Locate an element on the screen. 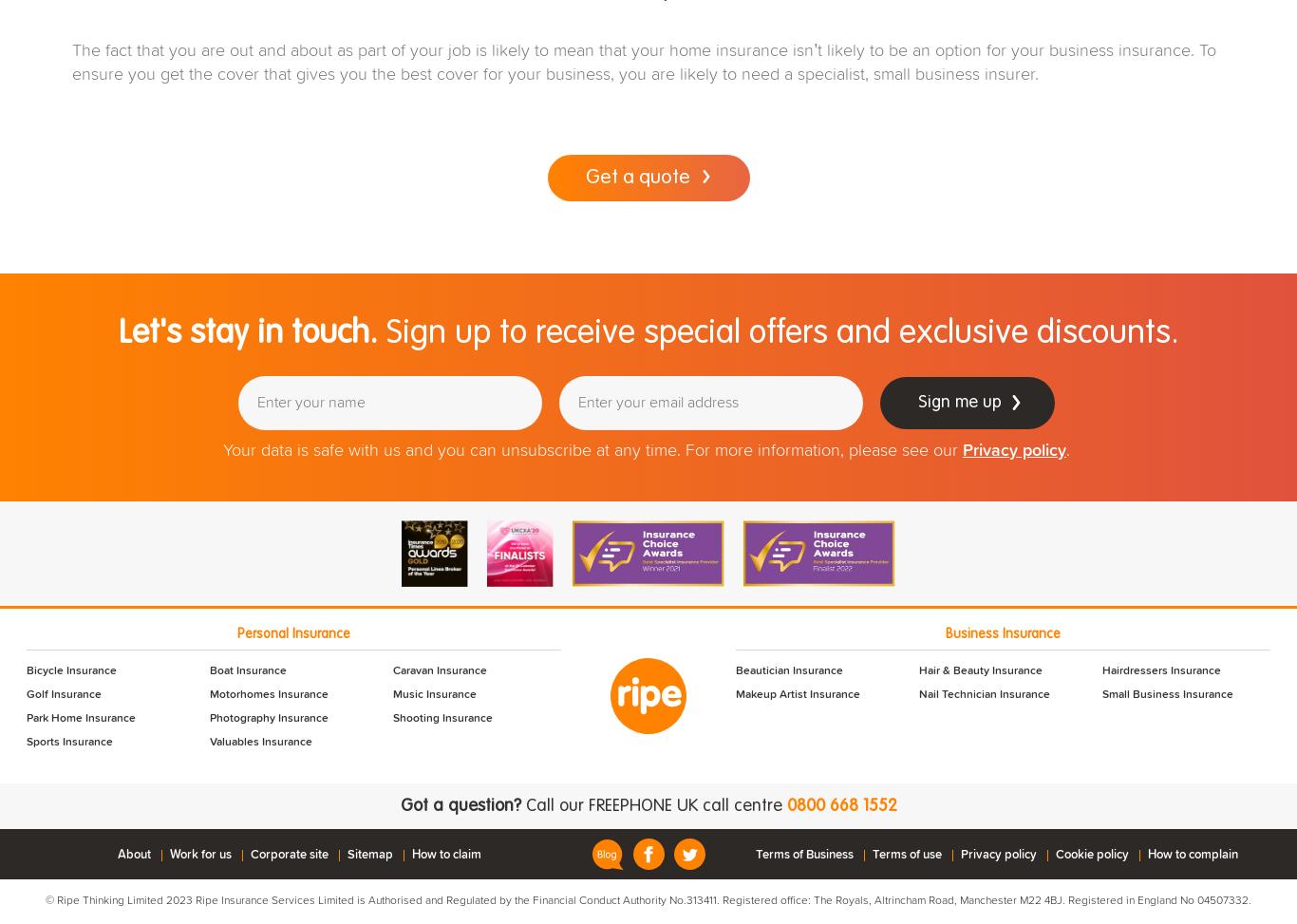 Image resolution: width=1297 pixels, height=924 pixels. '© Ripe Thinking Limited 2023 Ripe Insurance Services Limited is Authorised and Regulated by the Financial Conduct Authority No.313411. Registered office: The Royals, Altrincham Road, Manchester M22 4BJ. Registered in England No 04507332.' is located at coordinates (648, 899).